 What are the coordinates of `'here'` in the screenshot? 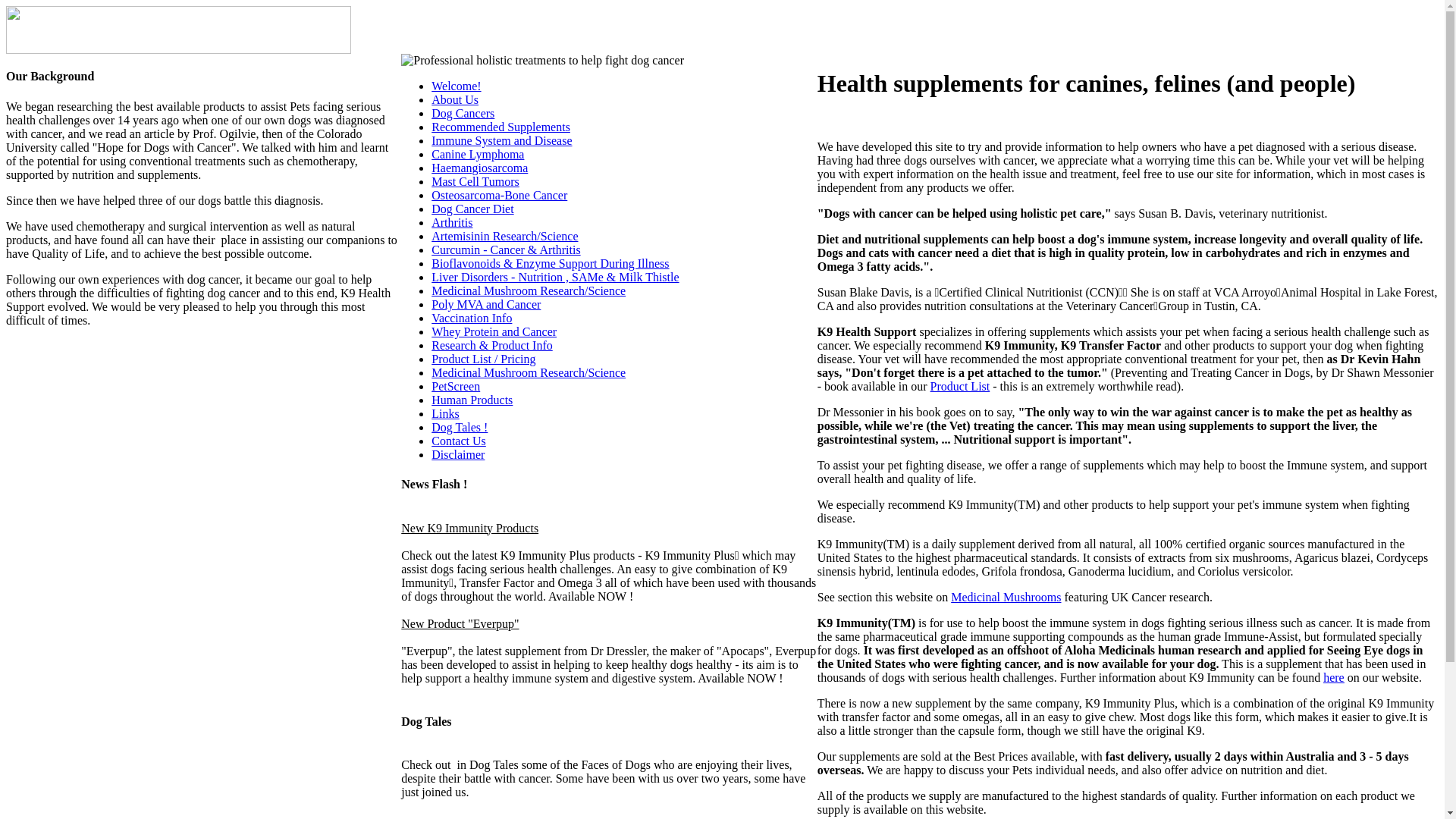 It's located at (1332, 676).